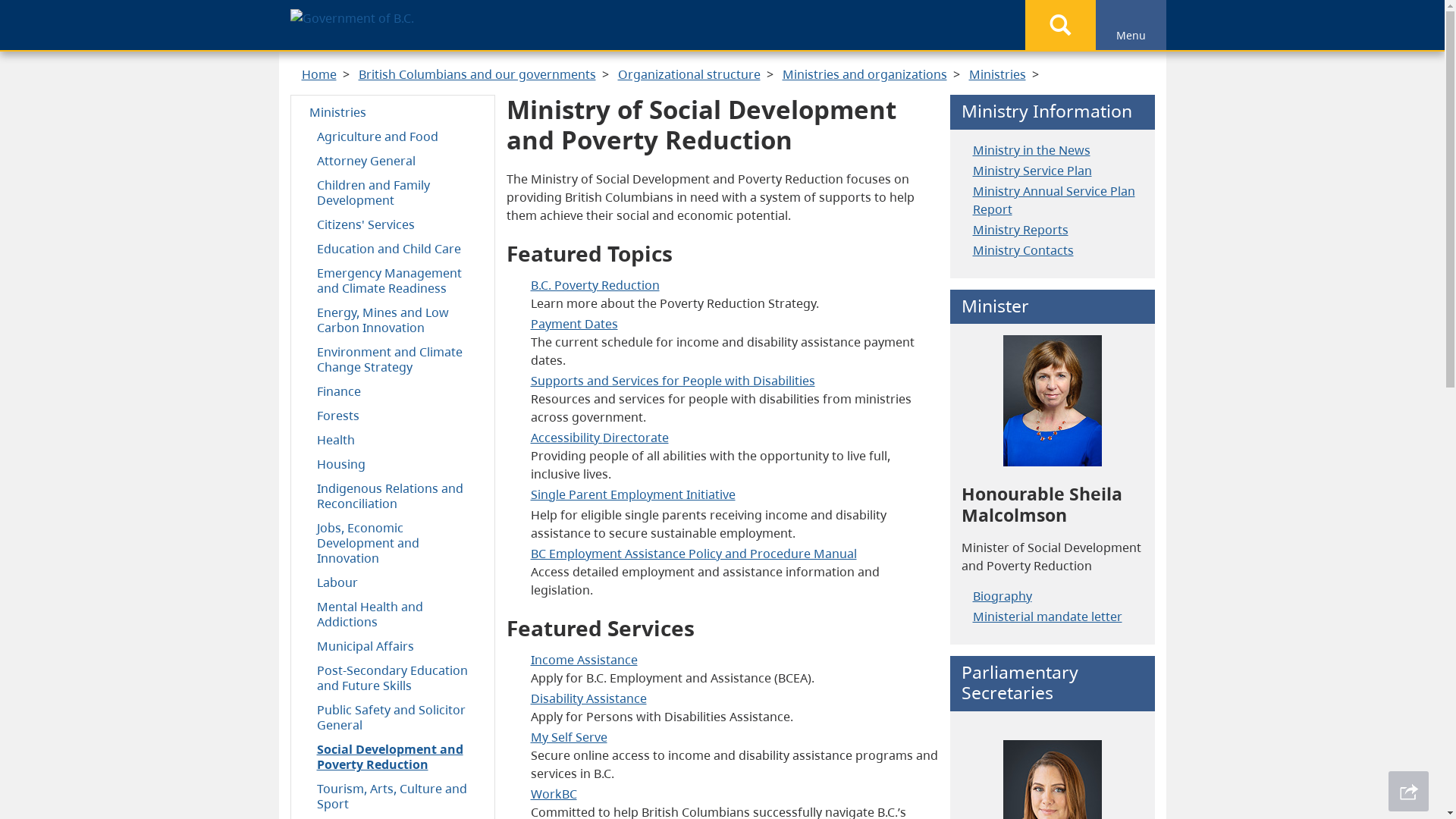  Describe the element at coordinates (1046, 617) in the screenshot. I see `'Ministerial mandate letter'` at that location.